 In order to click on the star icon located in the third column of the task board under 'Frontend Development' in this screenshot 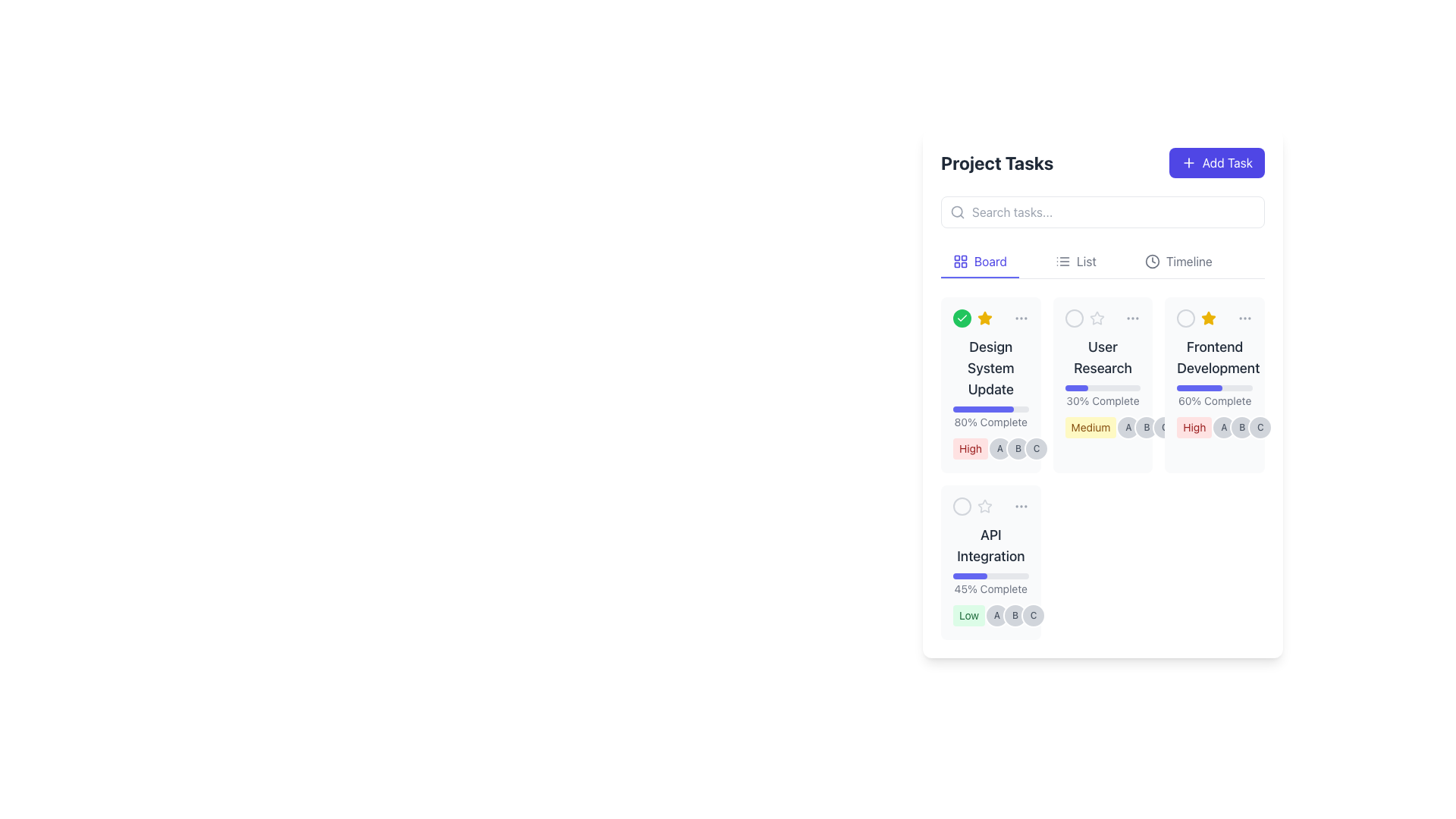, I will do `click(1208, 317)`.